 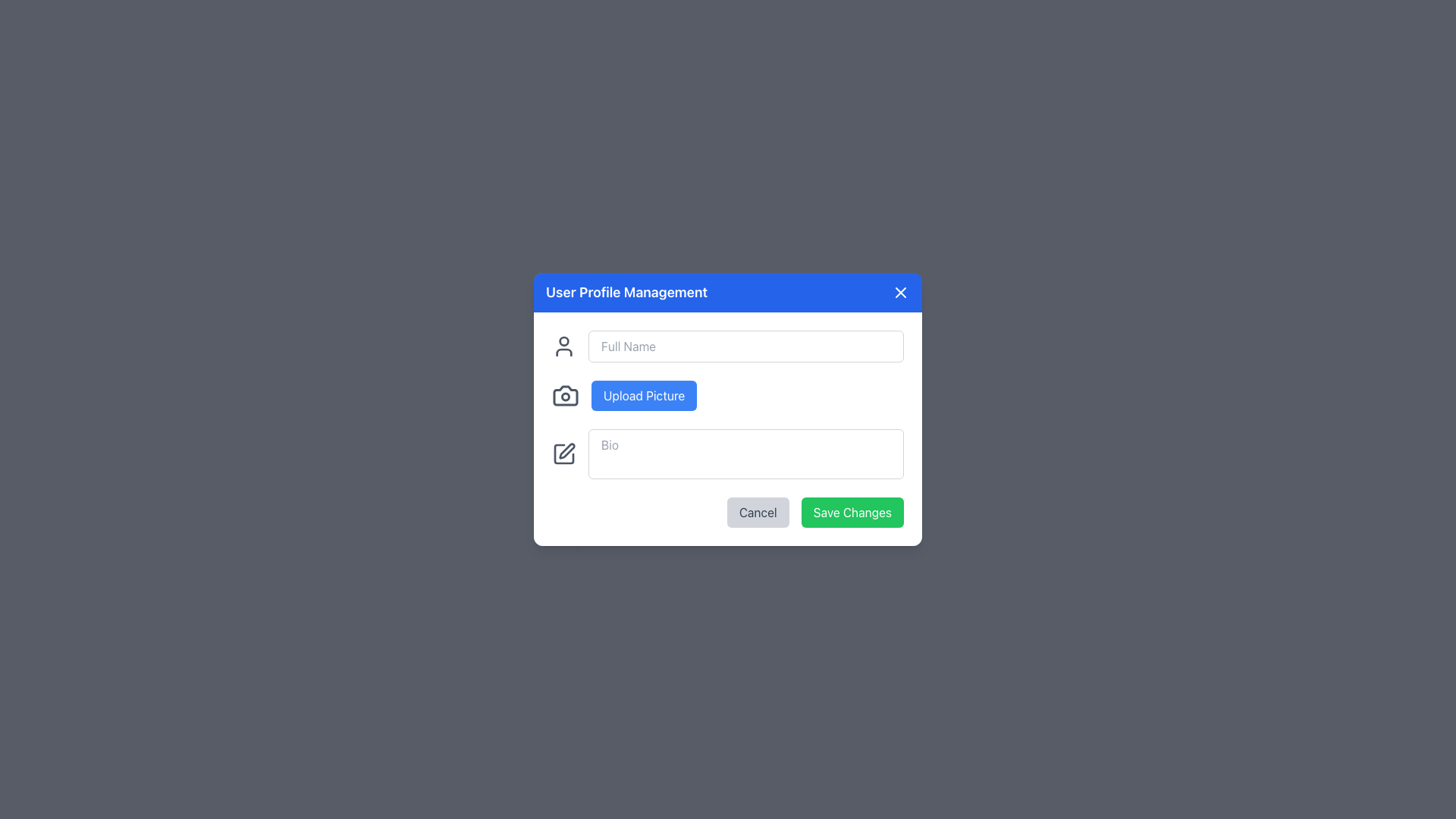 What do you see at coordinates (566, 450) in the screenshot?
I see `the pen icon, which is the second icon in the vertical list on the left side of the user profile management interface, located below the user icon and above the bio text box` at bounding box center [566, 450].